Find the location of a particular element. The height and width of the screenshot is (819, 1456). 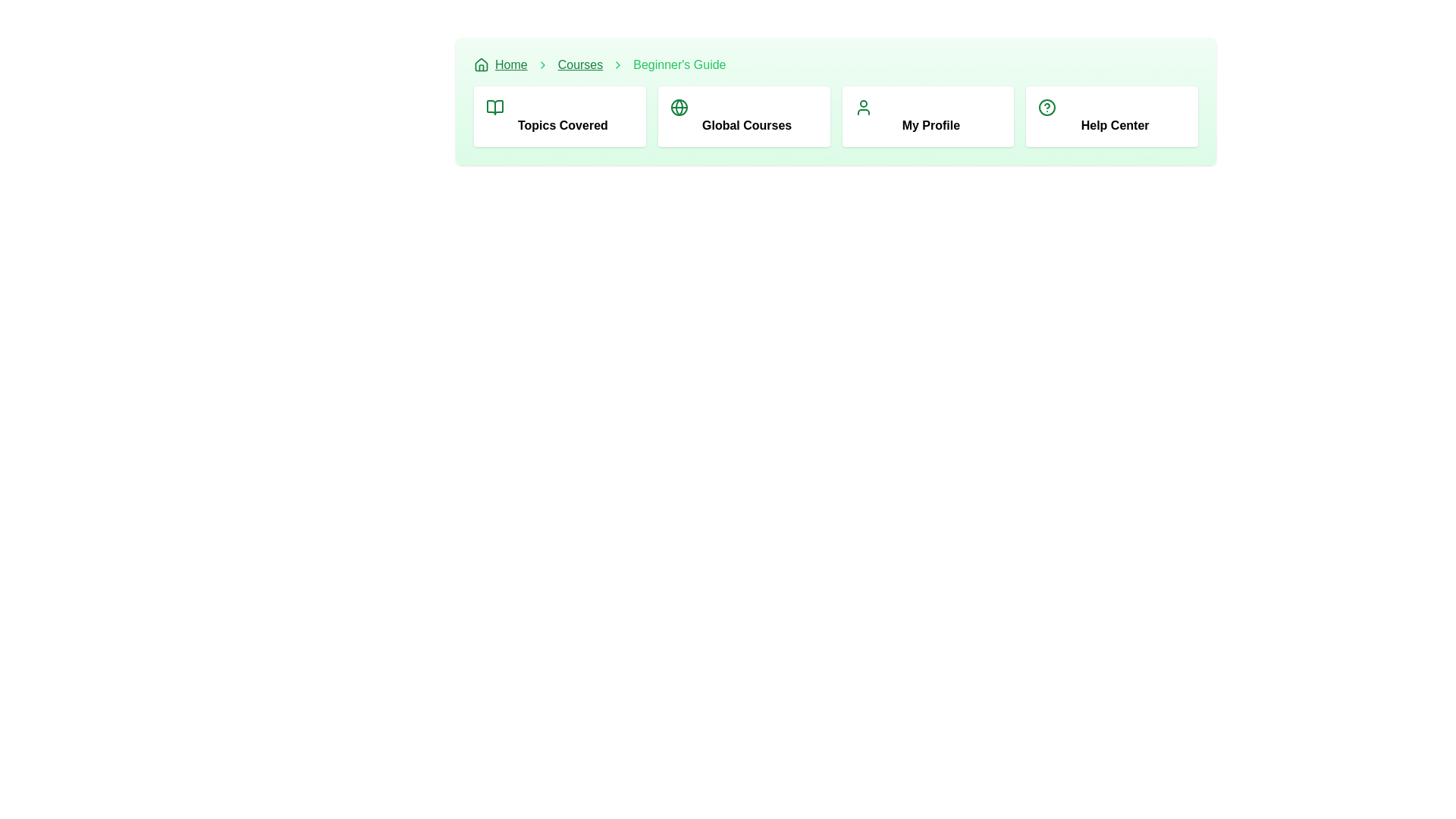

the 'Home' icon located to the left of the breadcrumb navigation text is located at coordinates (480, 63).